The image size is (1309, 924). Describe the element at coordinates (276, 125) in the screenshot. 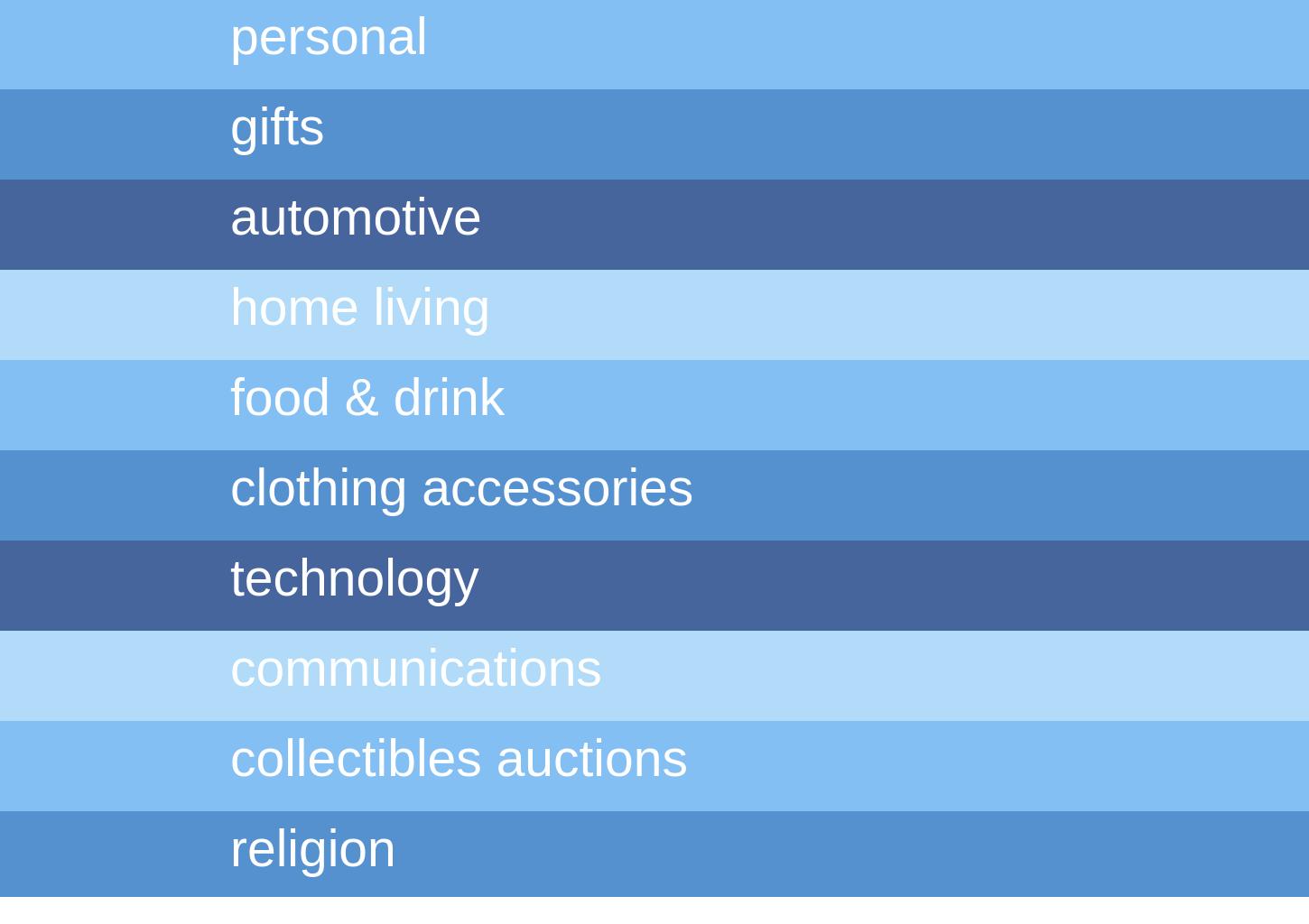

I see `'gifts'` at that location.